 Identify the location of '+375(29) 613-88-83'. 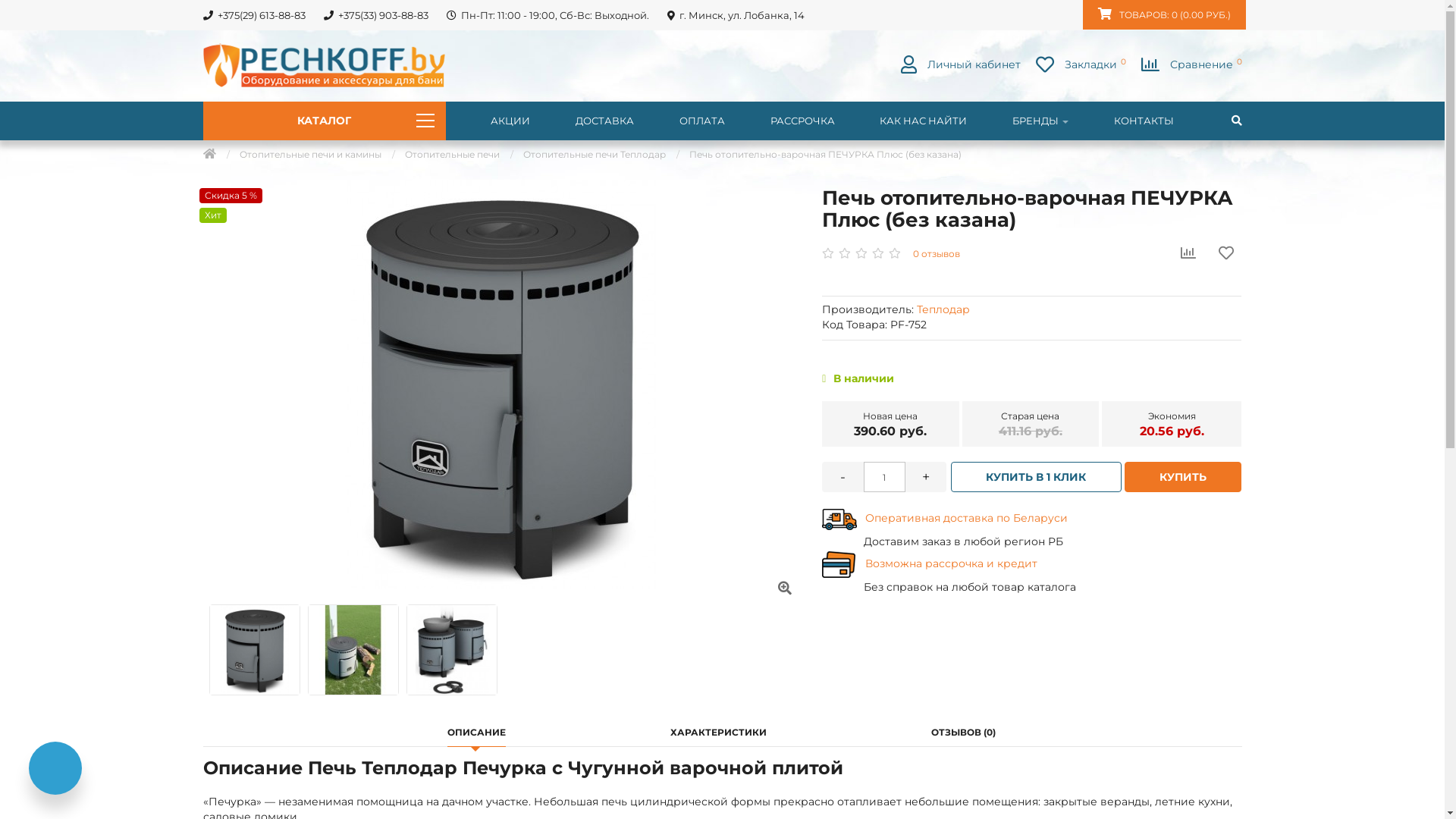
(253, 14).